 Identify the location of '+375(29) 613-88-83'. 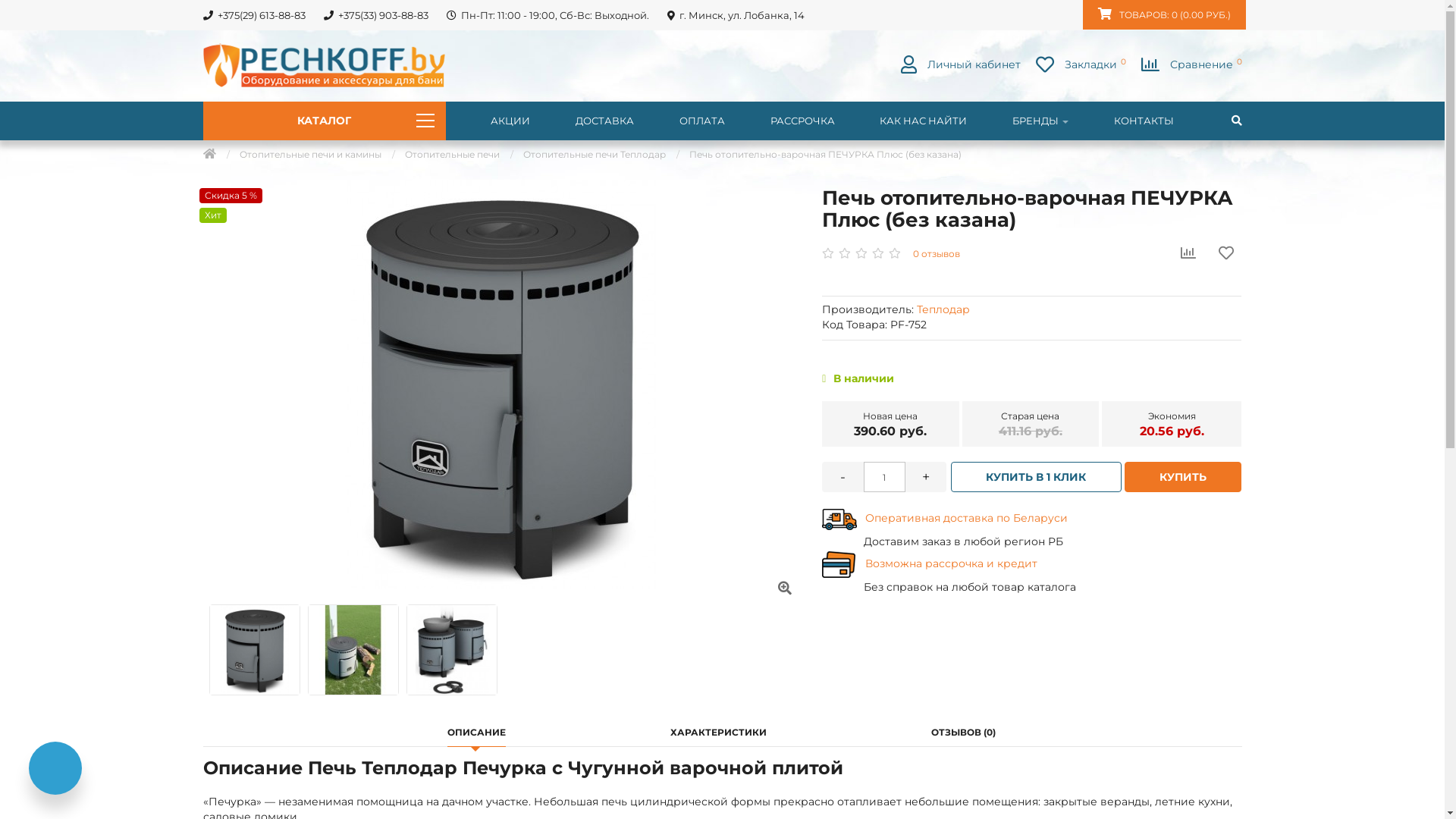
(253, 14).